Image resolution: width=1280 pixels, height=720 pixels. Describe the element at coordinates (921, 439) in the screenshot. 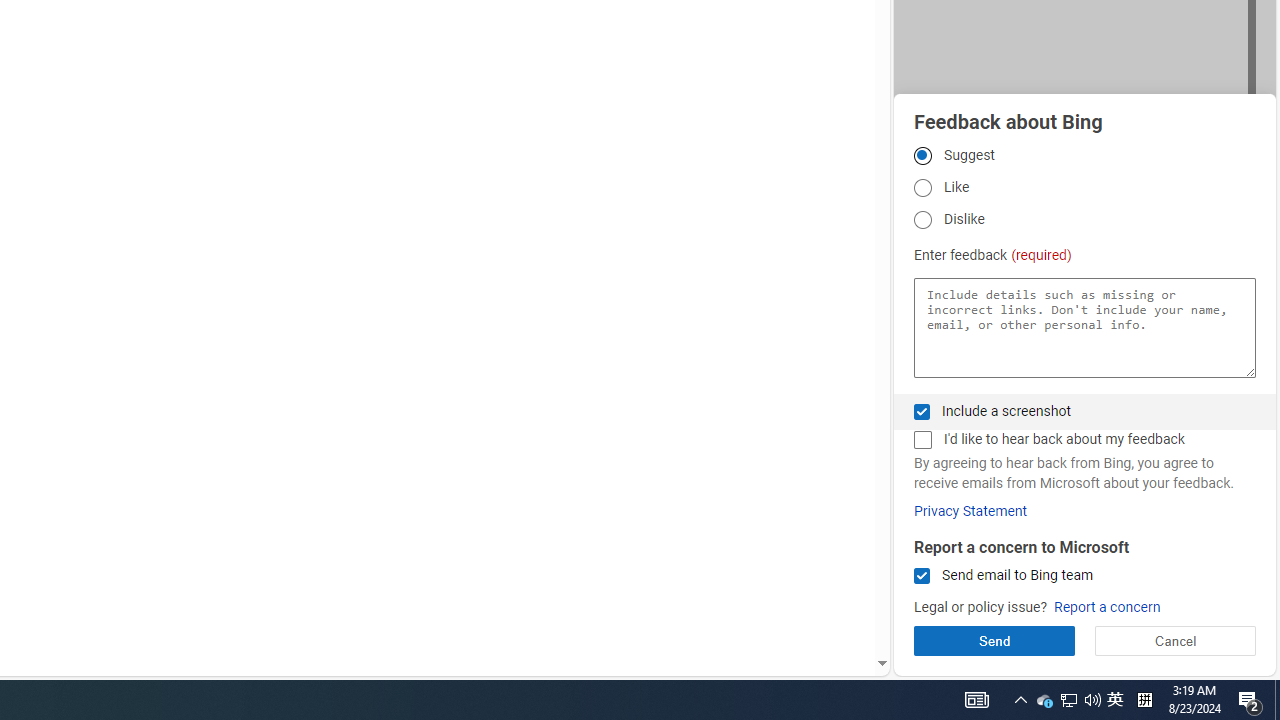

I see `'I'` at that location.